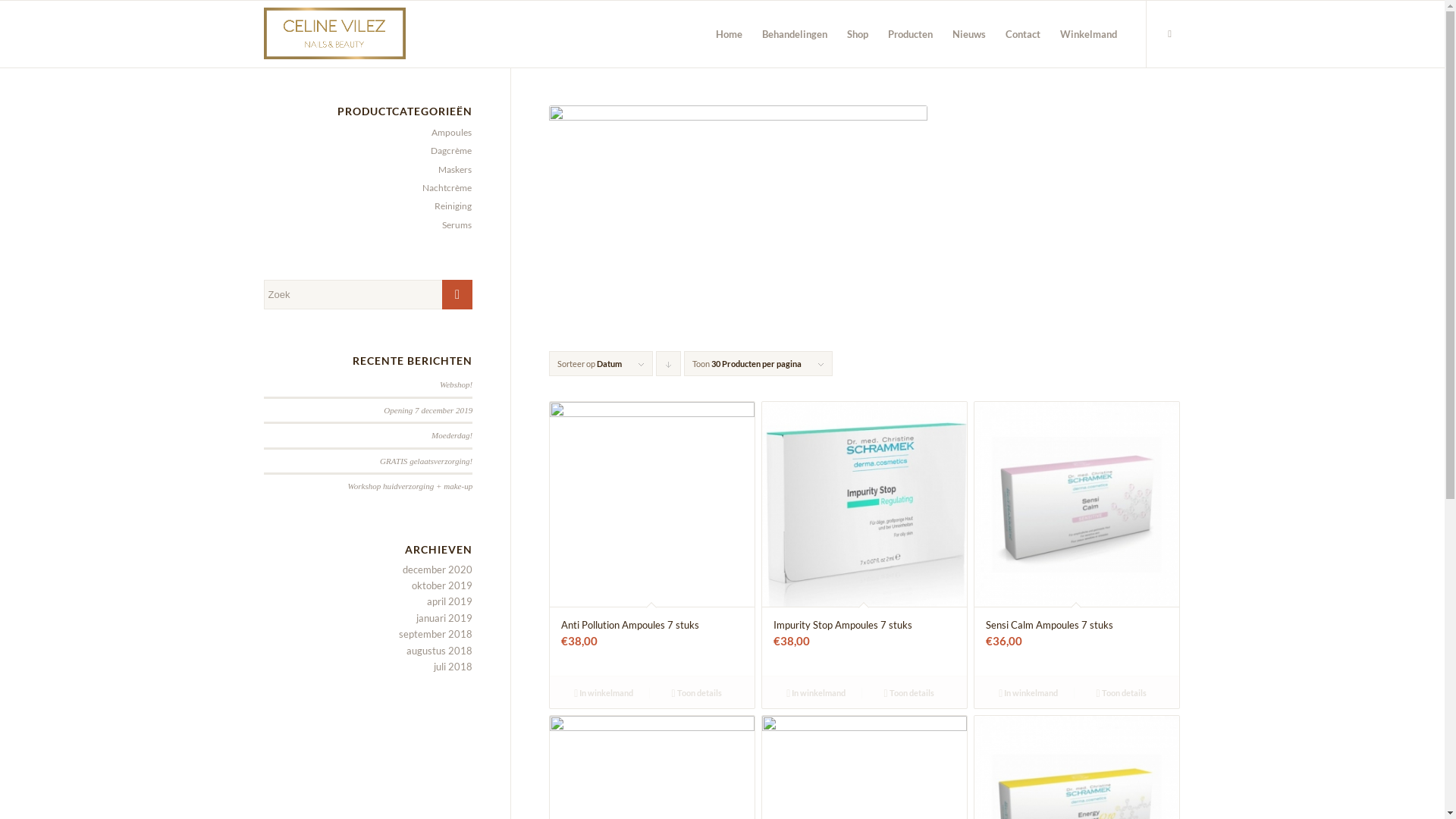  I want to click on 'Behandelingen', so click(793, 34).